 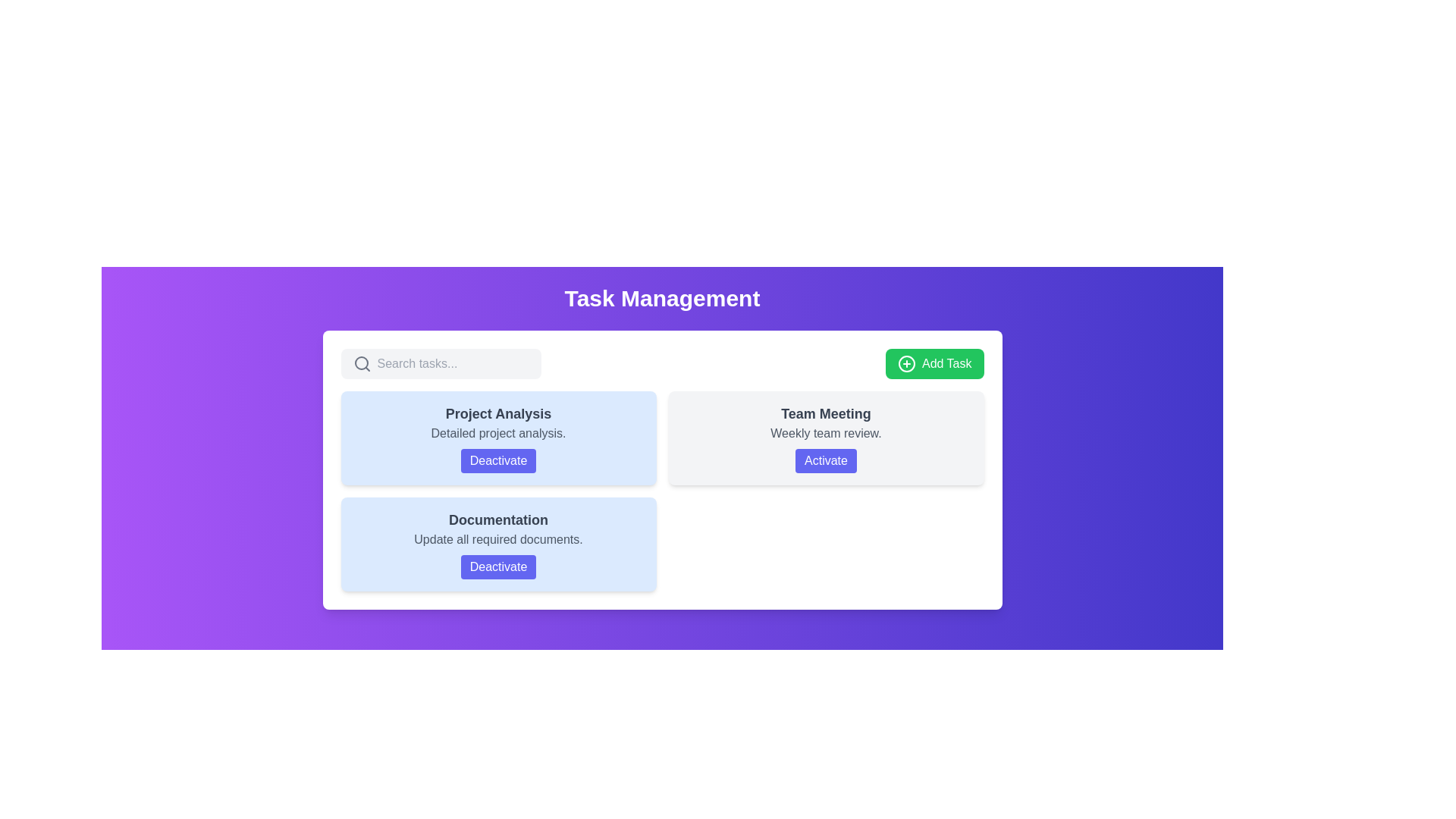 I want to click on the text header that serves as the title or header of the section, providing context and indicating the overall theme of the interface, so click(x=662, y=298).